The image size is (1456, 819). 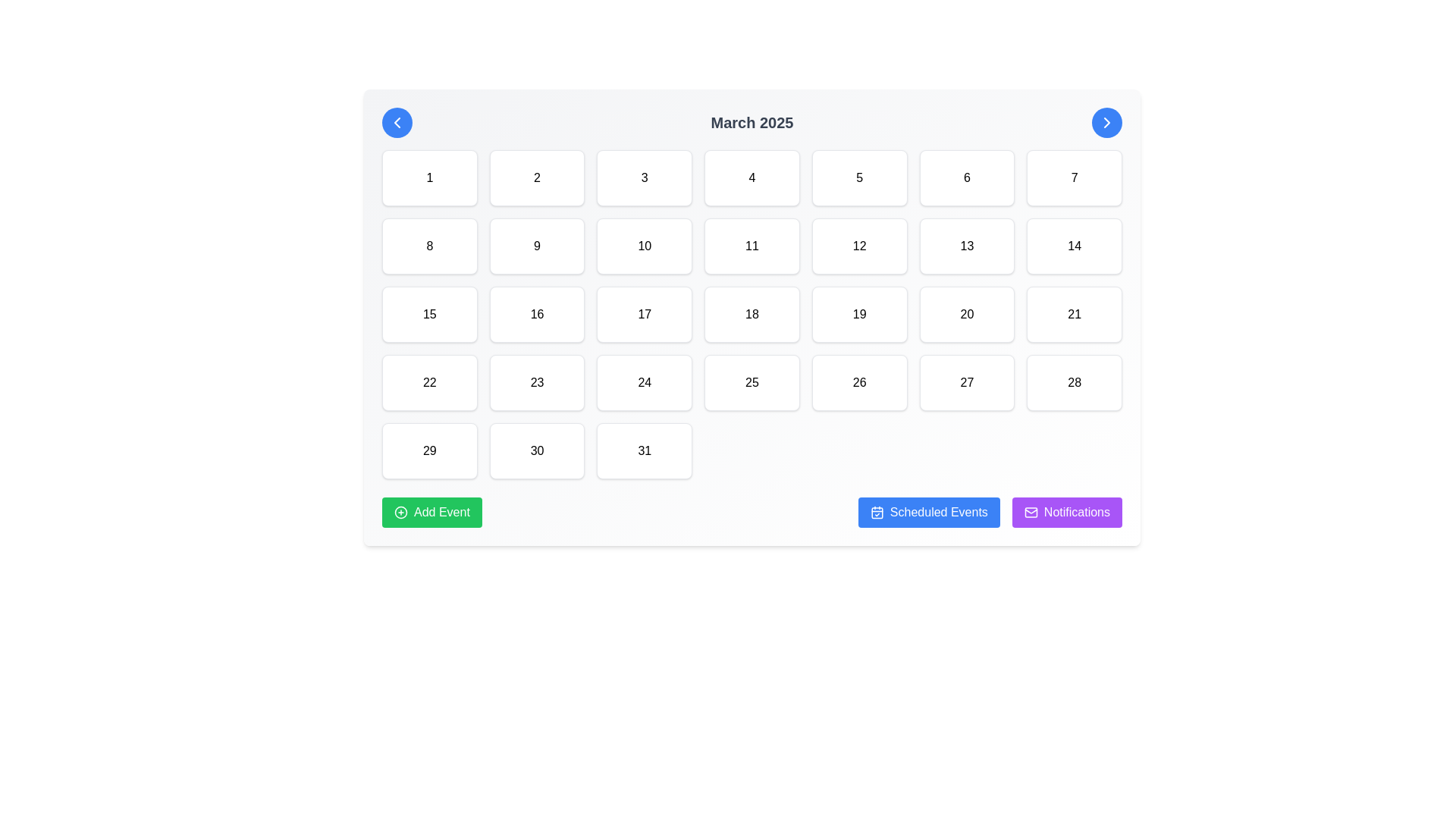 I want to click on the Date element representing the 5th day of the month in the calendar grid, so click(x=859, y=177).